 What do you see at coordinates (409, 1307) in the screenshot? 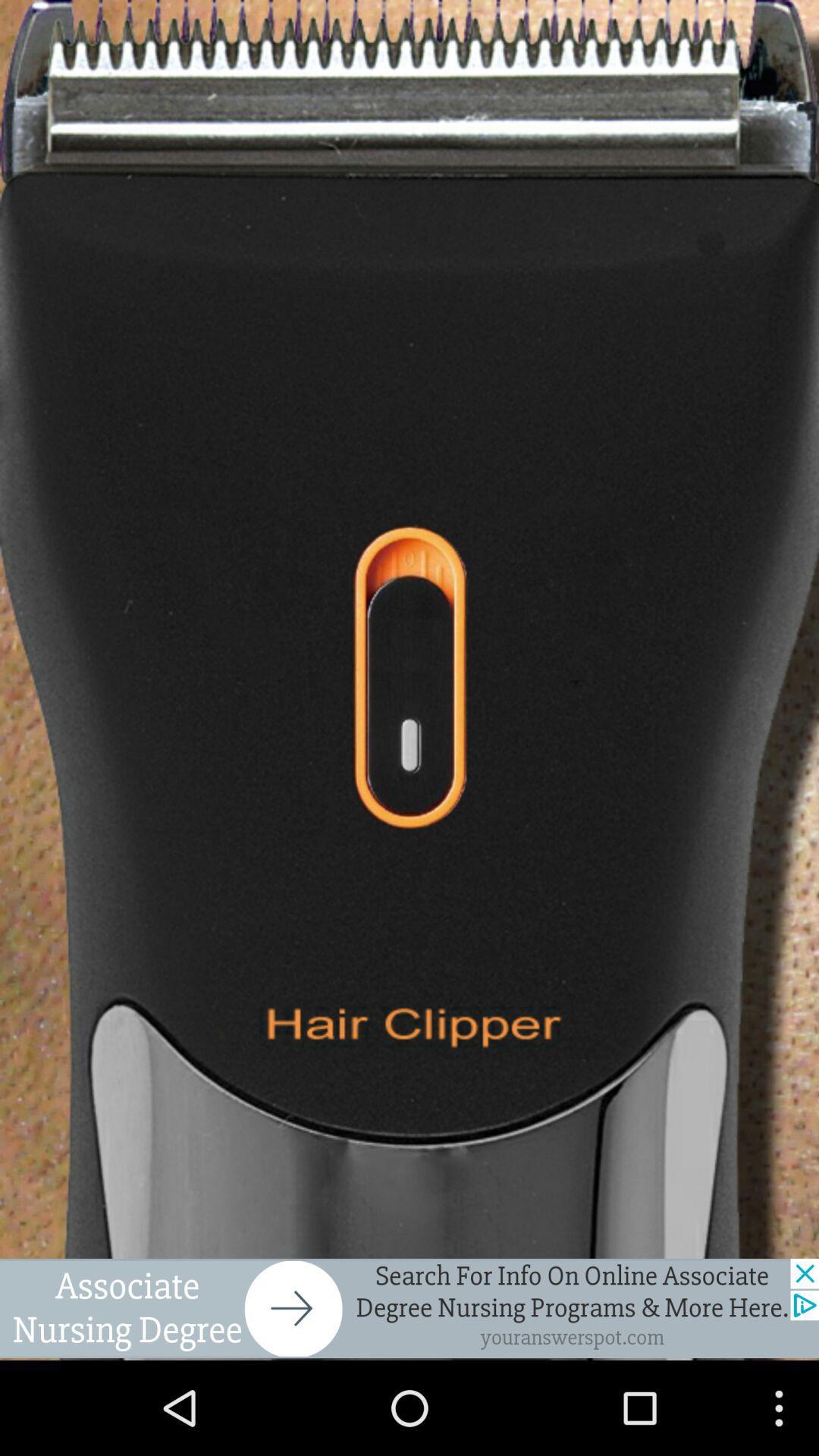
I see `nurse degree advertisement` at bounding box center [409, 1307].